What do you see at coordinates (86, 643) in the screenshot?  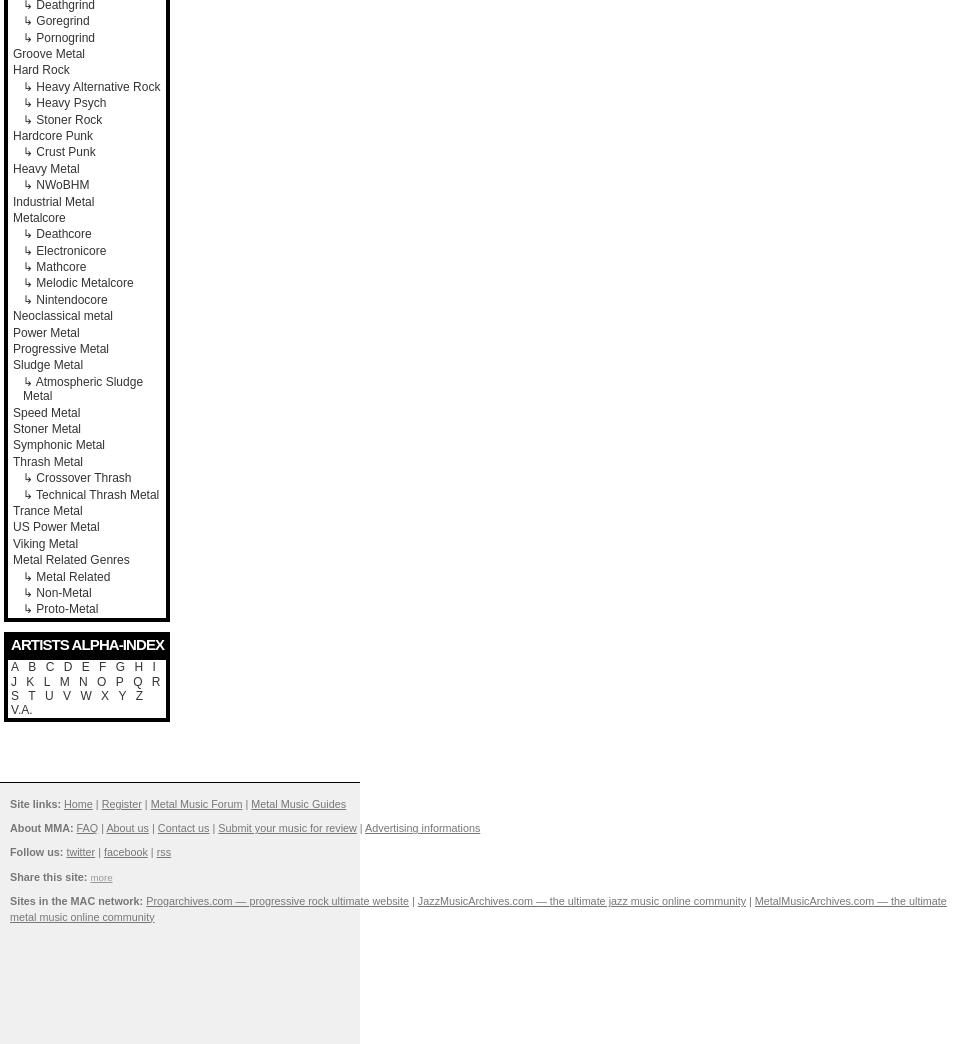 I see `'Artists Alpha-index'` at bounding box center [86, 643].